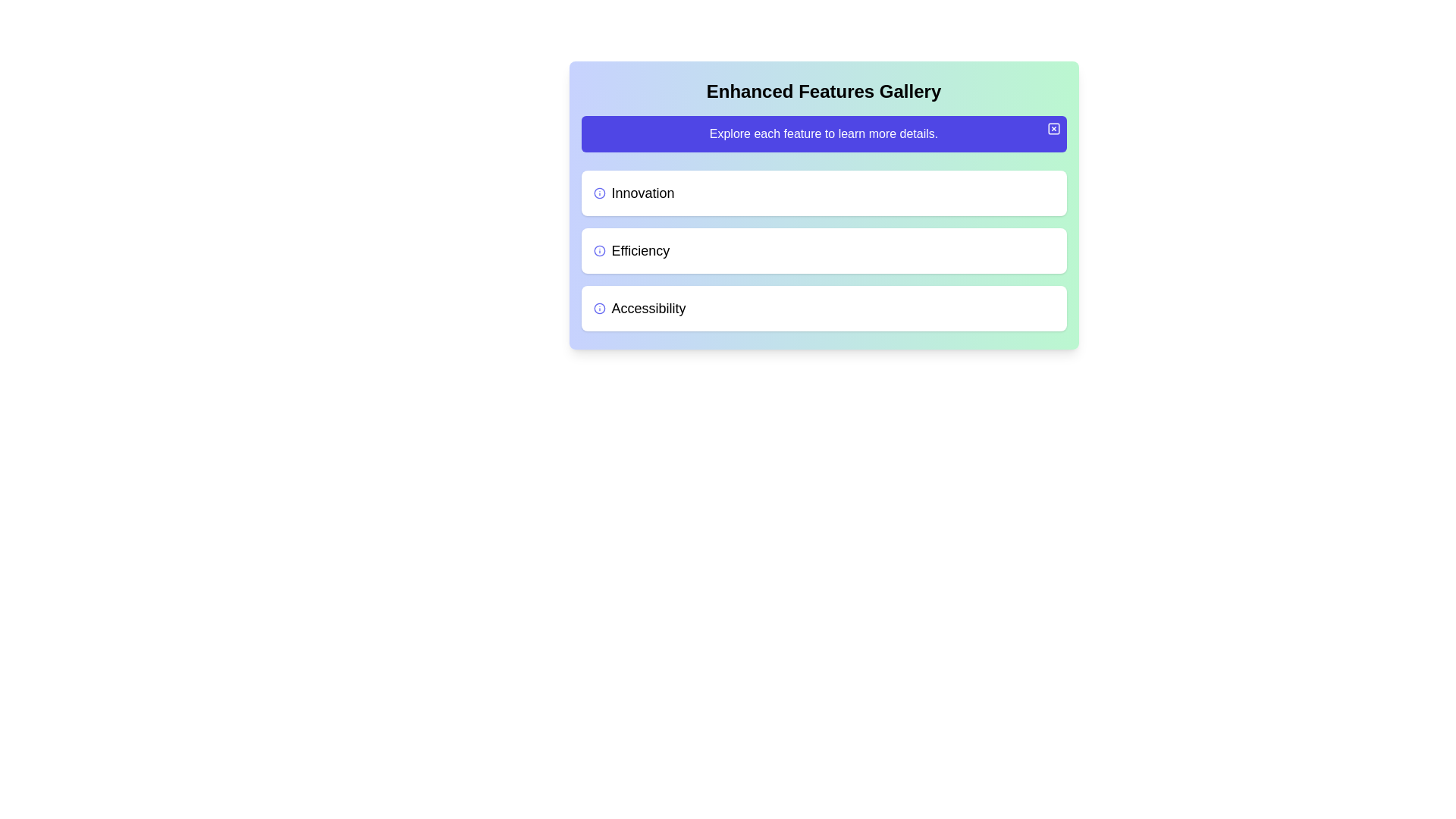 This screenshot has height=819, width=1456. Describe the element at coordinates (823, 133) in the screenshot. I see `informational banner with a purple background containing the text 'Explore each feature to learn more details.'` at that location.